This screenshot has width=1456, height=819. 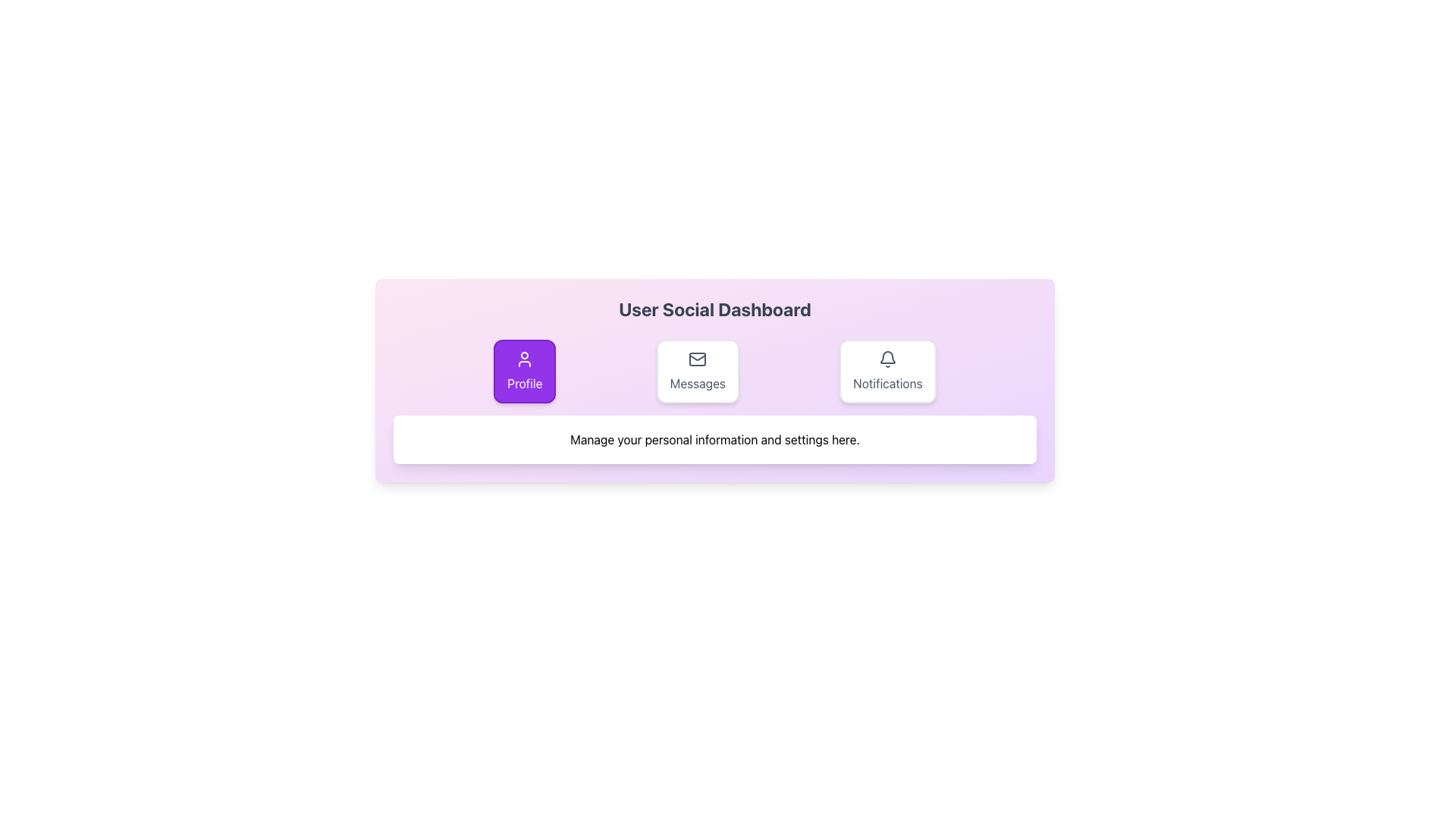 I want to click on the small graphical feature of the mail envelope icon within the Messages icon, which is part of the row containing Profile, Messages, and Notifications, so click(x=697, y=357).